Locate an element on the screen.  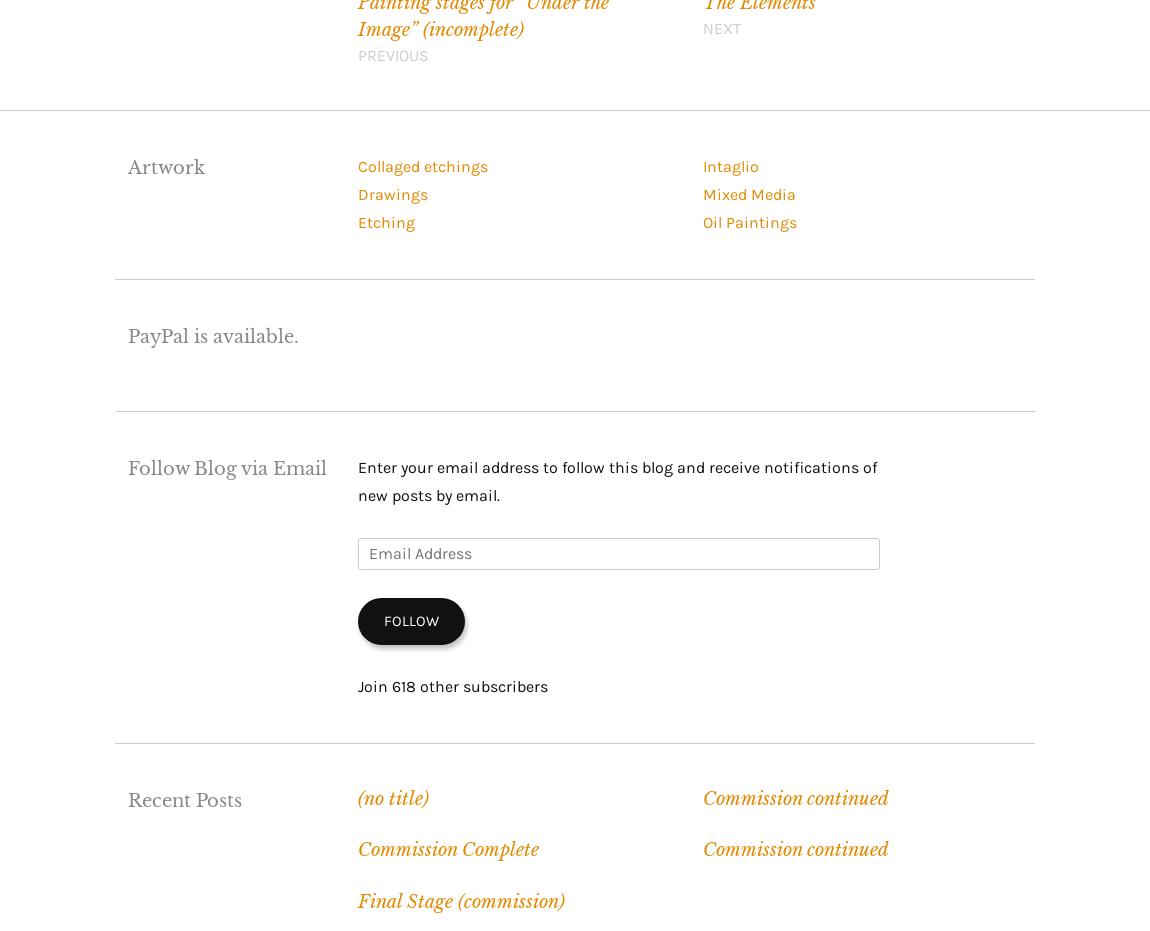
'Previous' is located at coordinates (392, 53).